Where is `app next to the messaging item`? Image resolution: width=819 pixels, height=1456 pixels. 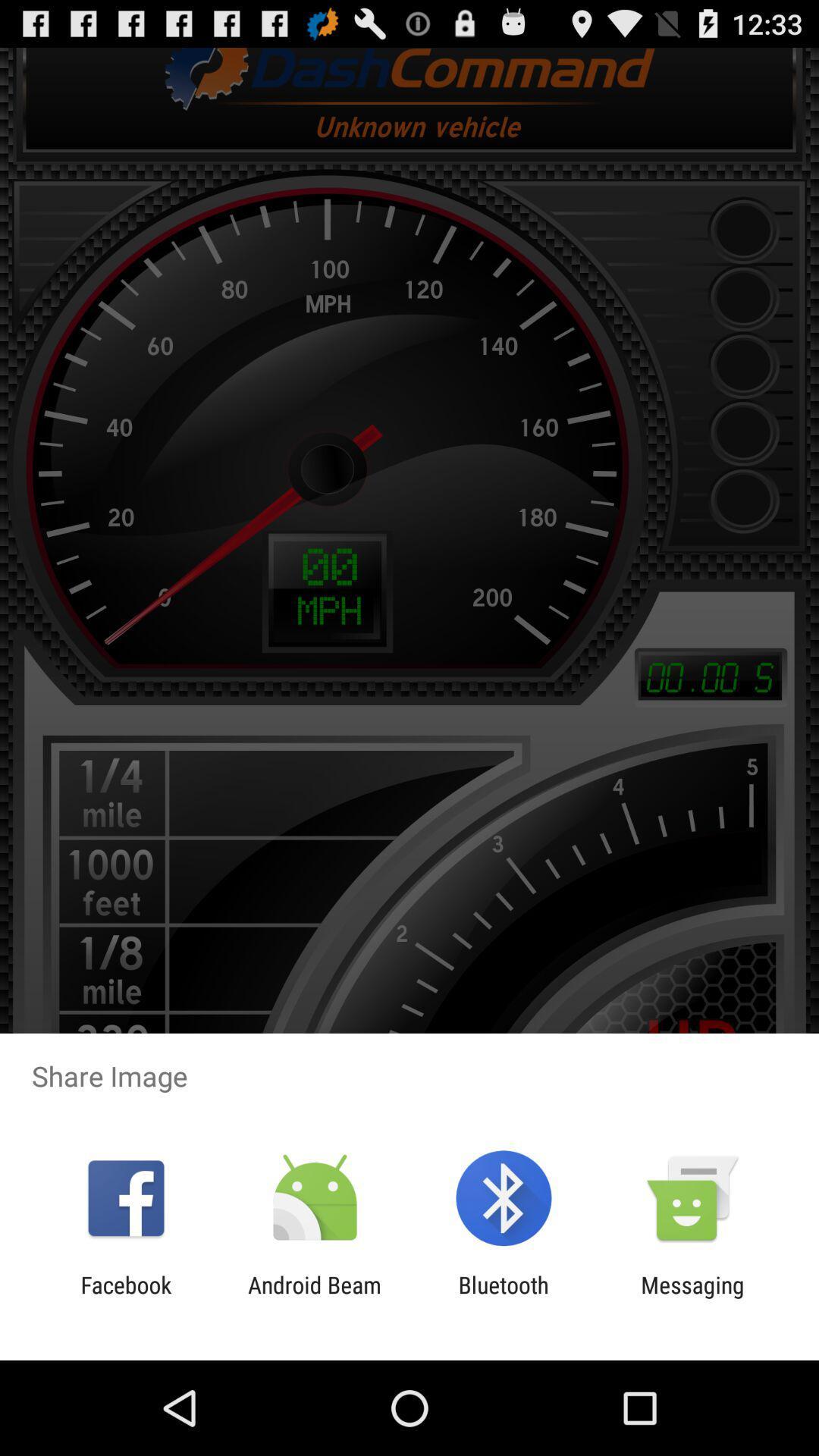
app next to the messaging item is located at coordinates (504, 1298).